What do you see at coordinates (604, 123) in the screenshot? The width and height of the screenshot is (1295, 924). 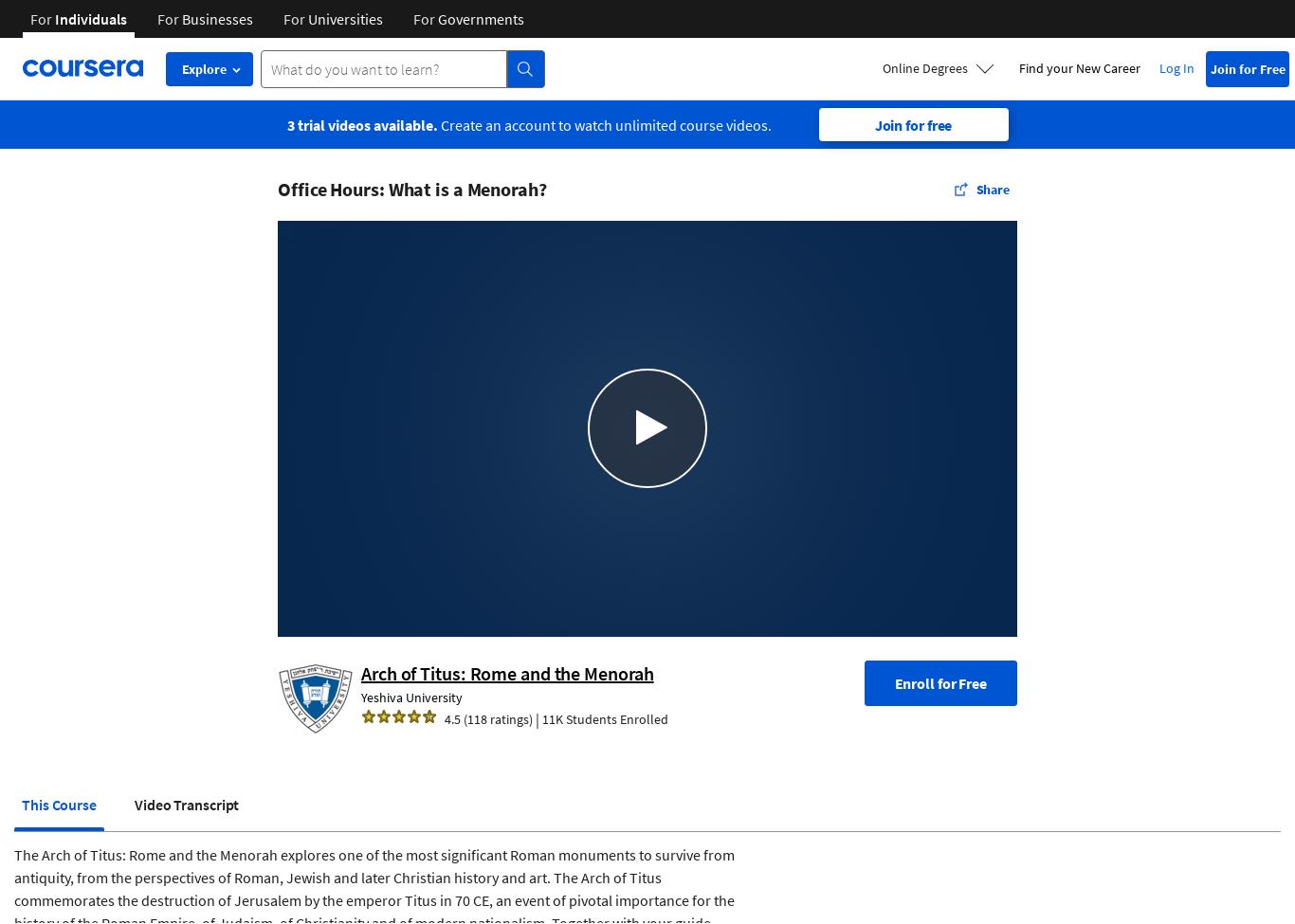 I see `'Create an account to watch unlimited course videos.'` at bounding box center [604, 123].